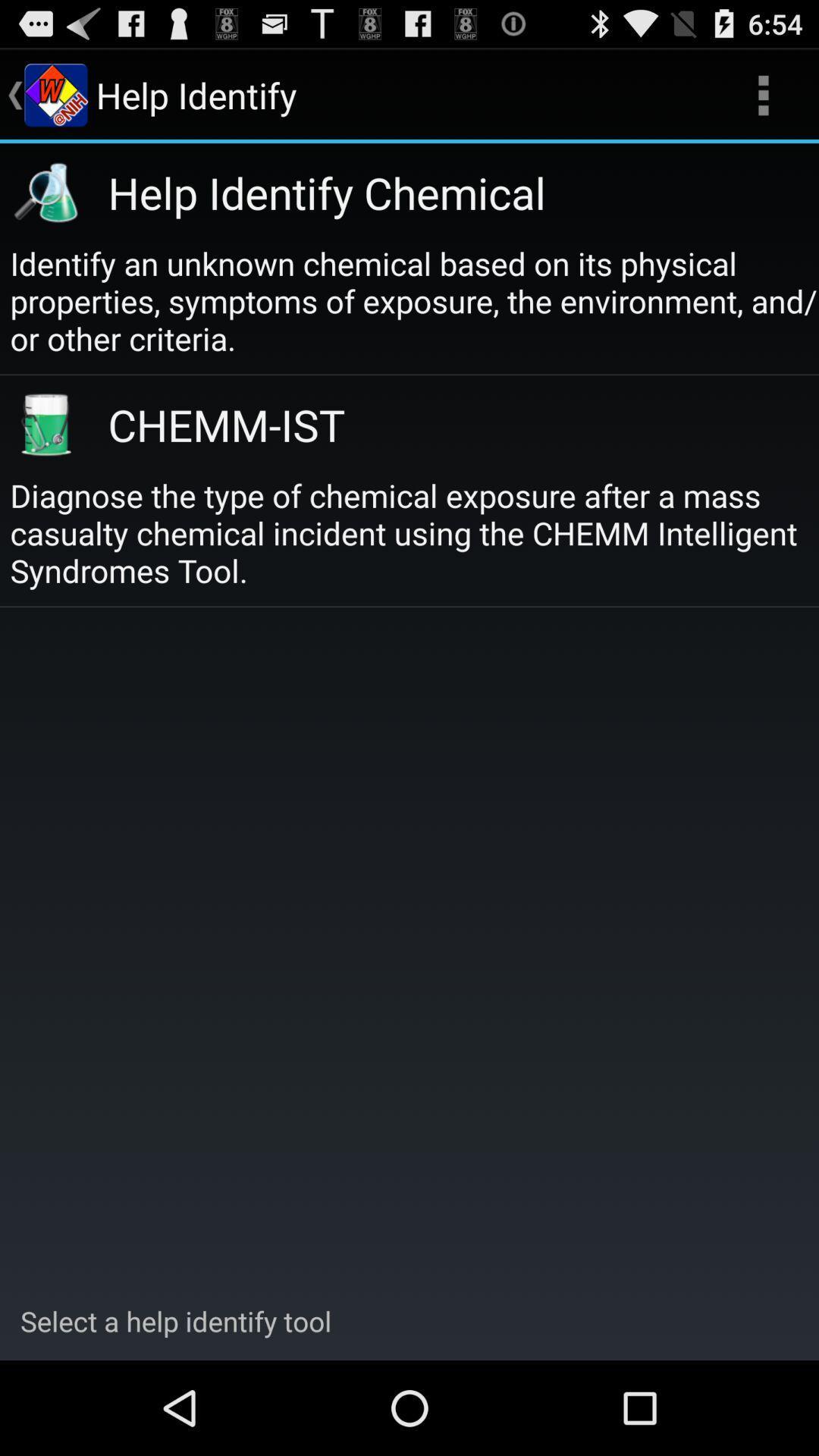  What do you see at coordinates (414, 532) in the screenshot?
I see `diagnose the type at the center` at bounding box center [414, 532].